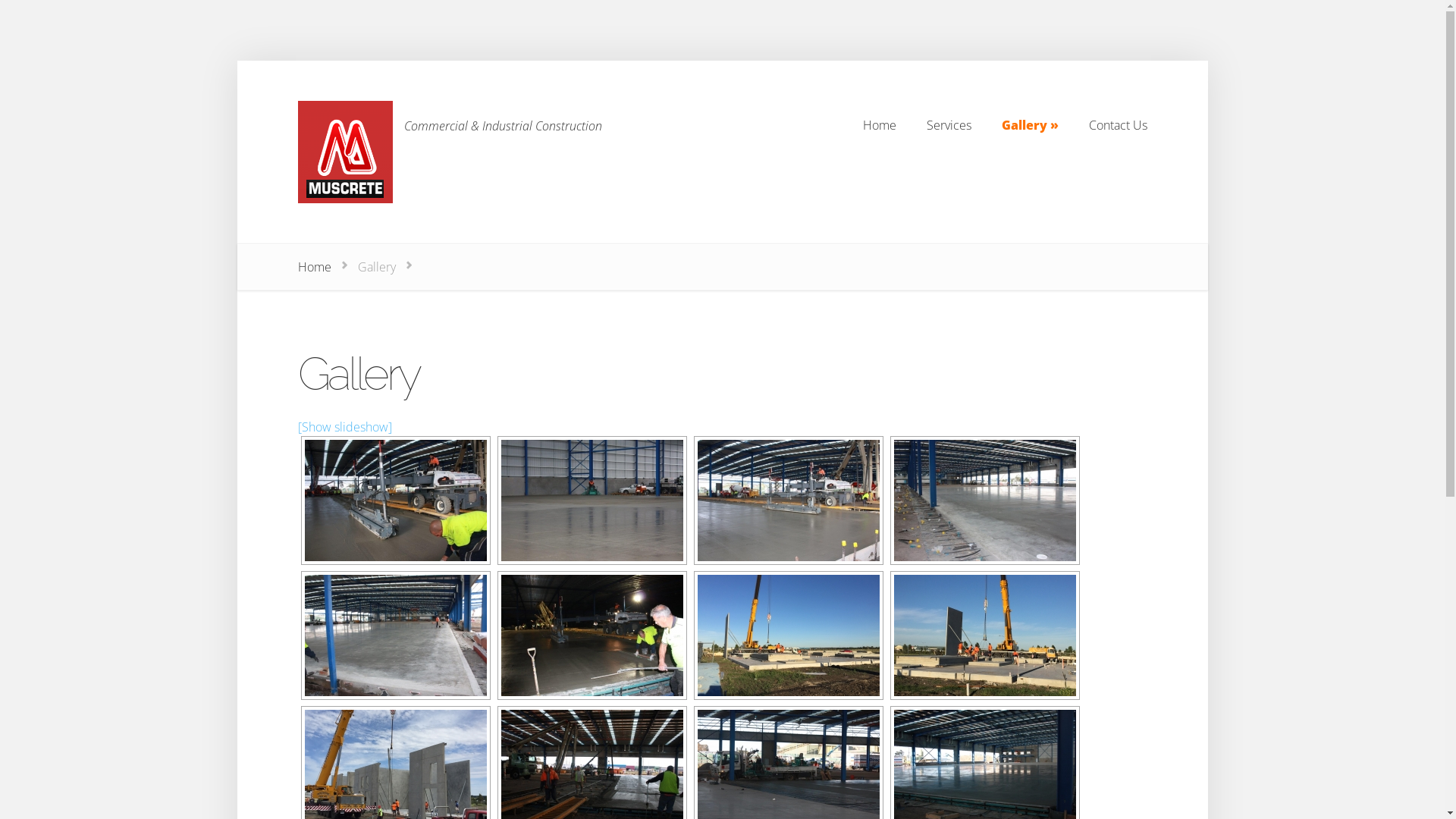 Image resolution: width=1456 pixels, height=819 pixels. What do you see at coordinates (1118, 124) in the screenshot?
I see `'Contact Us'` at bounding box center [1118, 124].